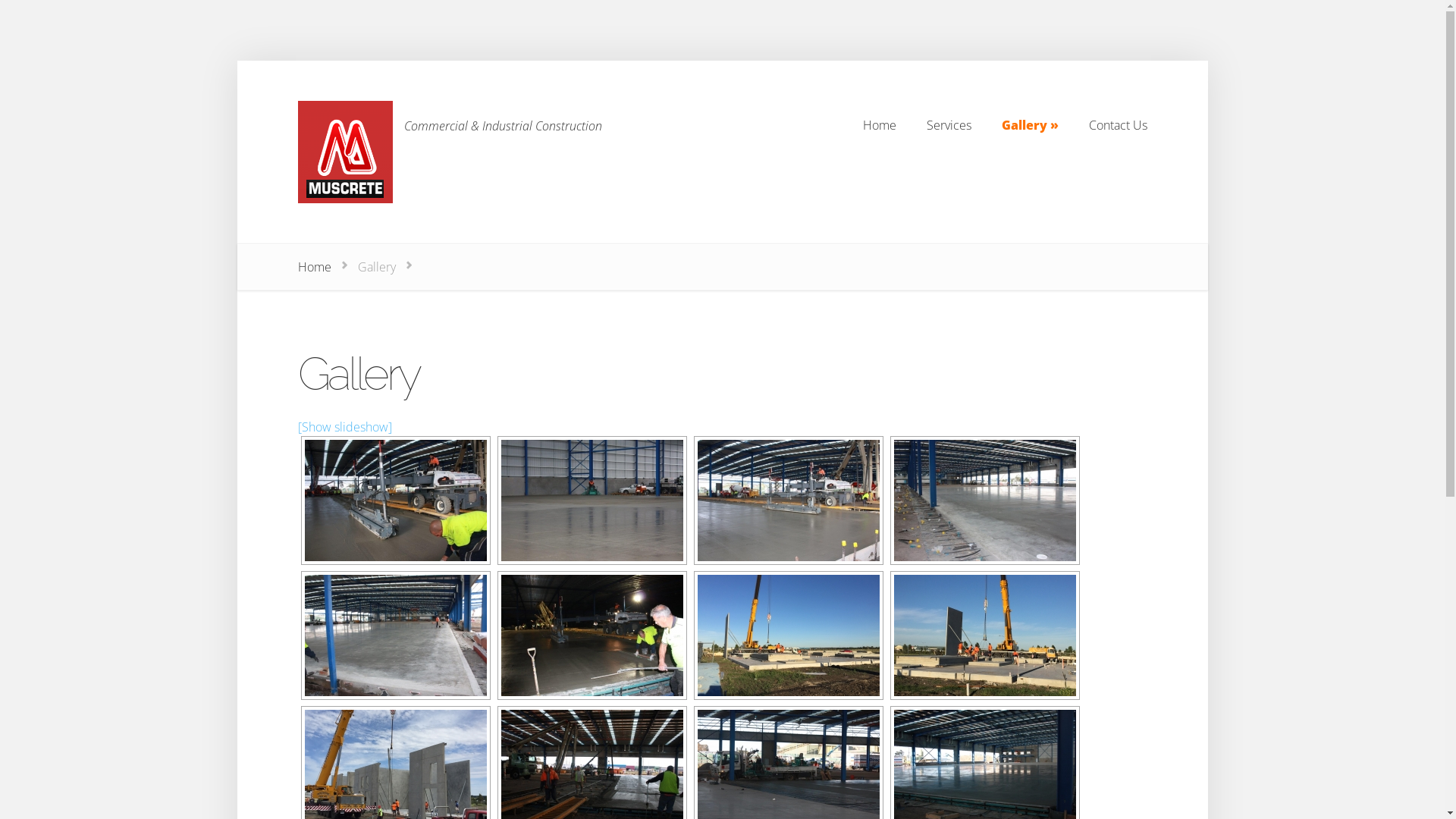 Image resolution: width=1456 pixels, height=819 pixels. What do you see at coordinates (1118, 124) in the screenshot?
I see `'Contact Us'` at bounding box center [1118, 124].